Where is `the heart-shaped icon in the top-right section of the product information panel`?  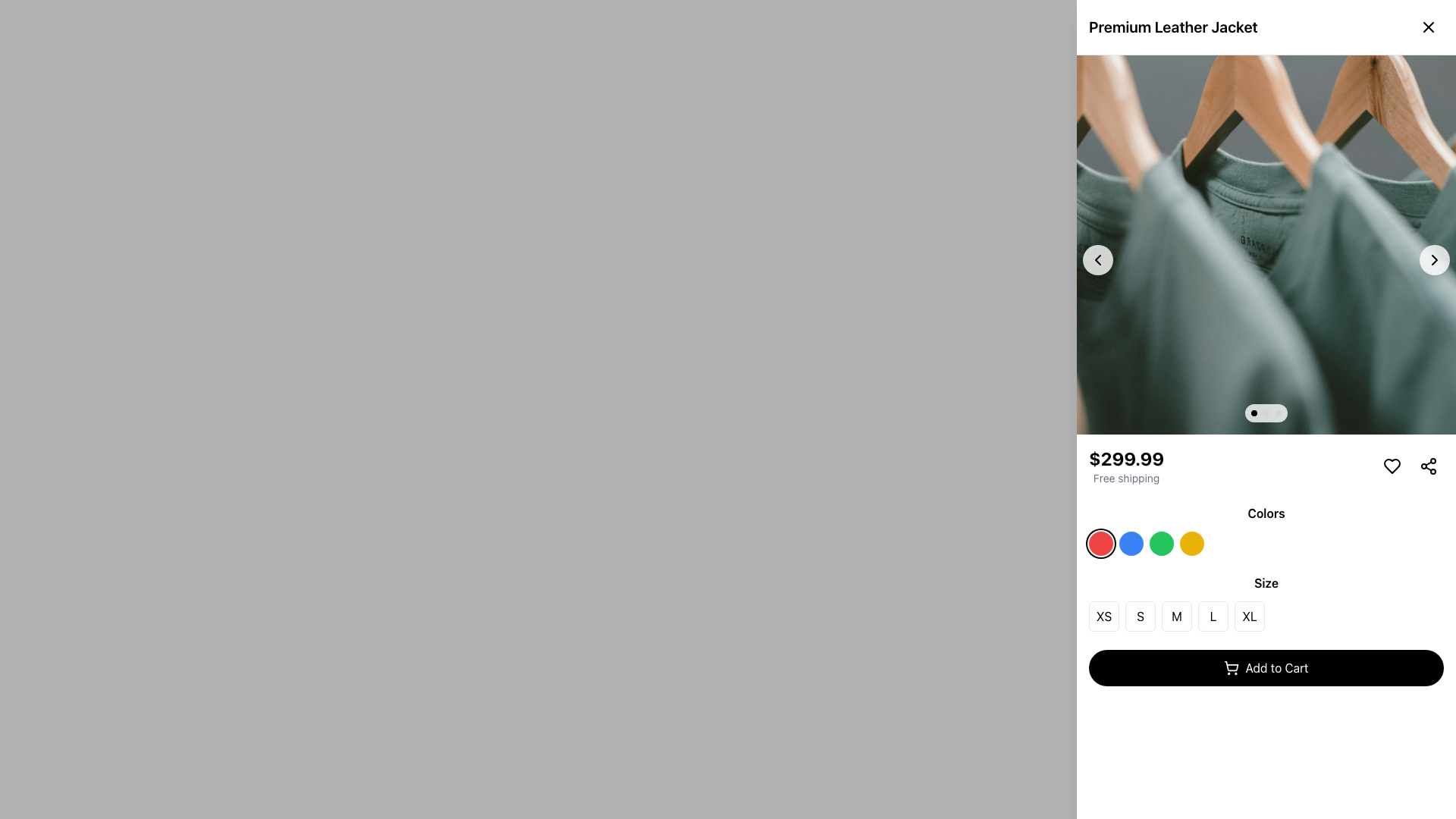
the heart-shaped icon in the top-right section of the product information panel is located at coordinates (1392, 465).